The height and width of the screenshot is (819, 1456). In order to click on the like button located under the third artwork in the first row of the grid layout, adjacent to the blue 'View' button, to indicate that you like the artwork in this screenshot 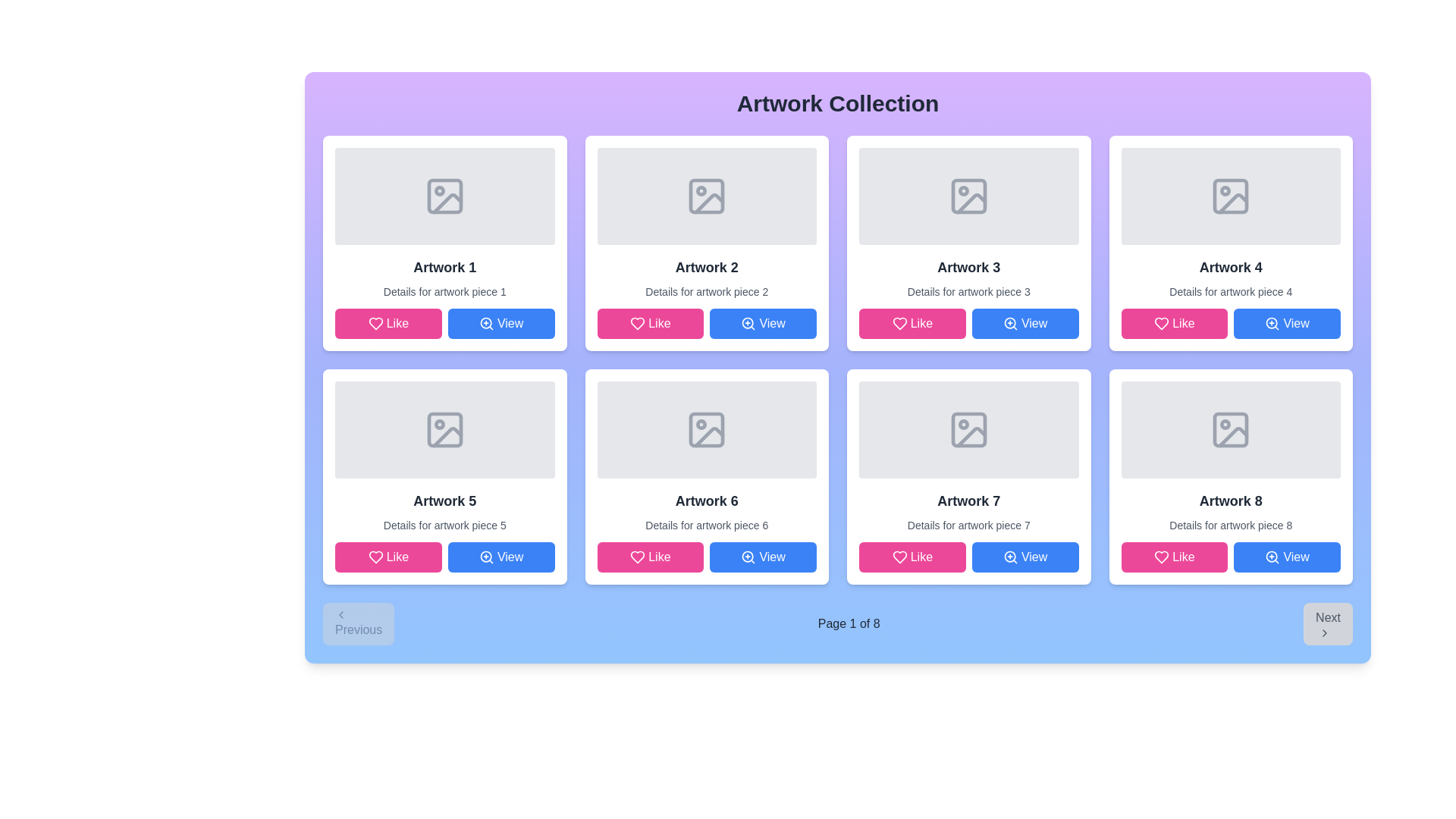, I will do `click(912, 323)`.